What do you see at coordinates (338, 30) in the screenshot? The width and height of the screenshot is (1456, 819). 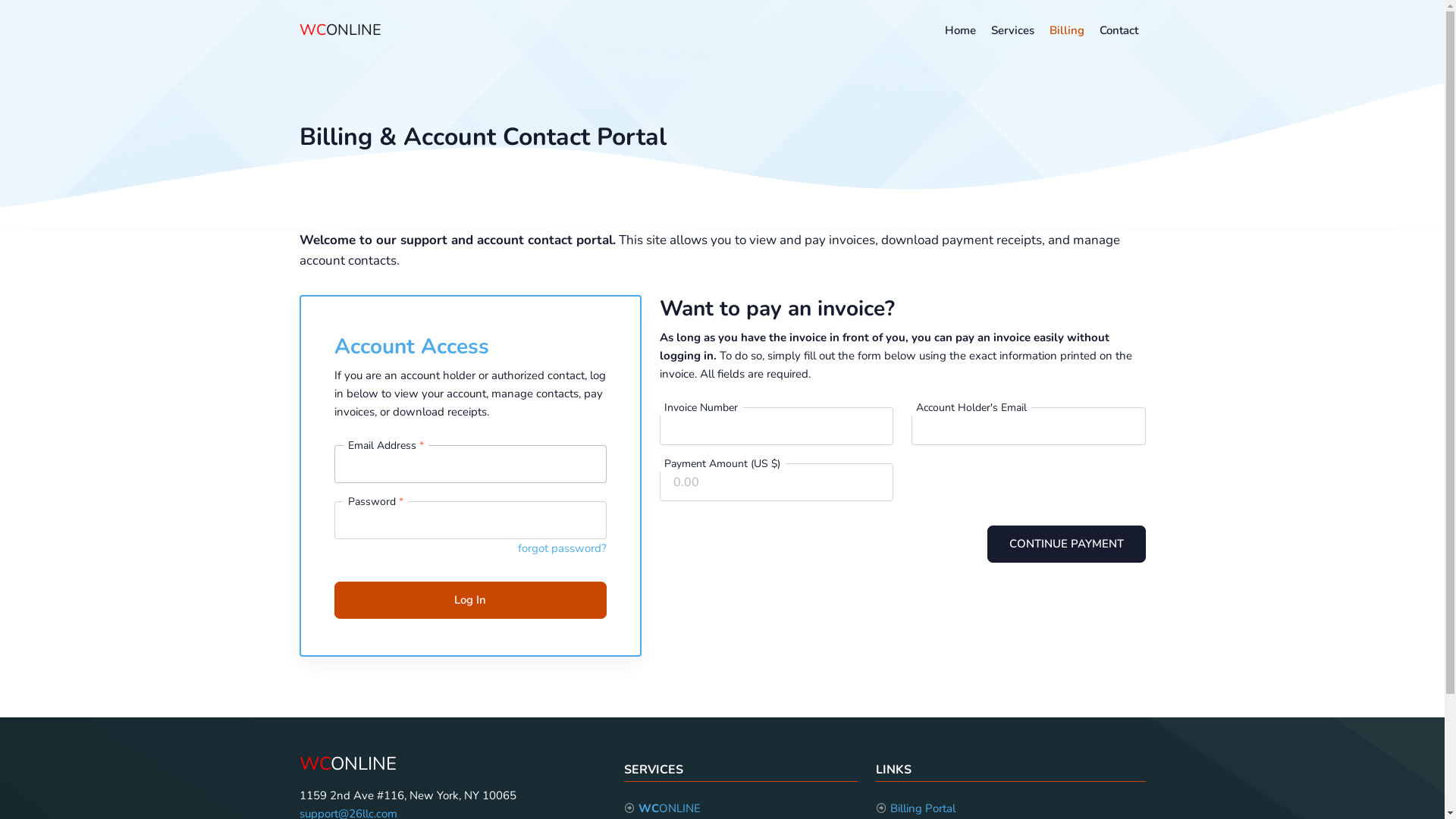 I see `'WCONLINE'` at bounding box center [338, 30].